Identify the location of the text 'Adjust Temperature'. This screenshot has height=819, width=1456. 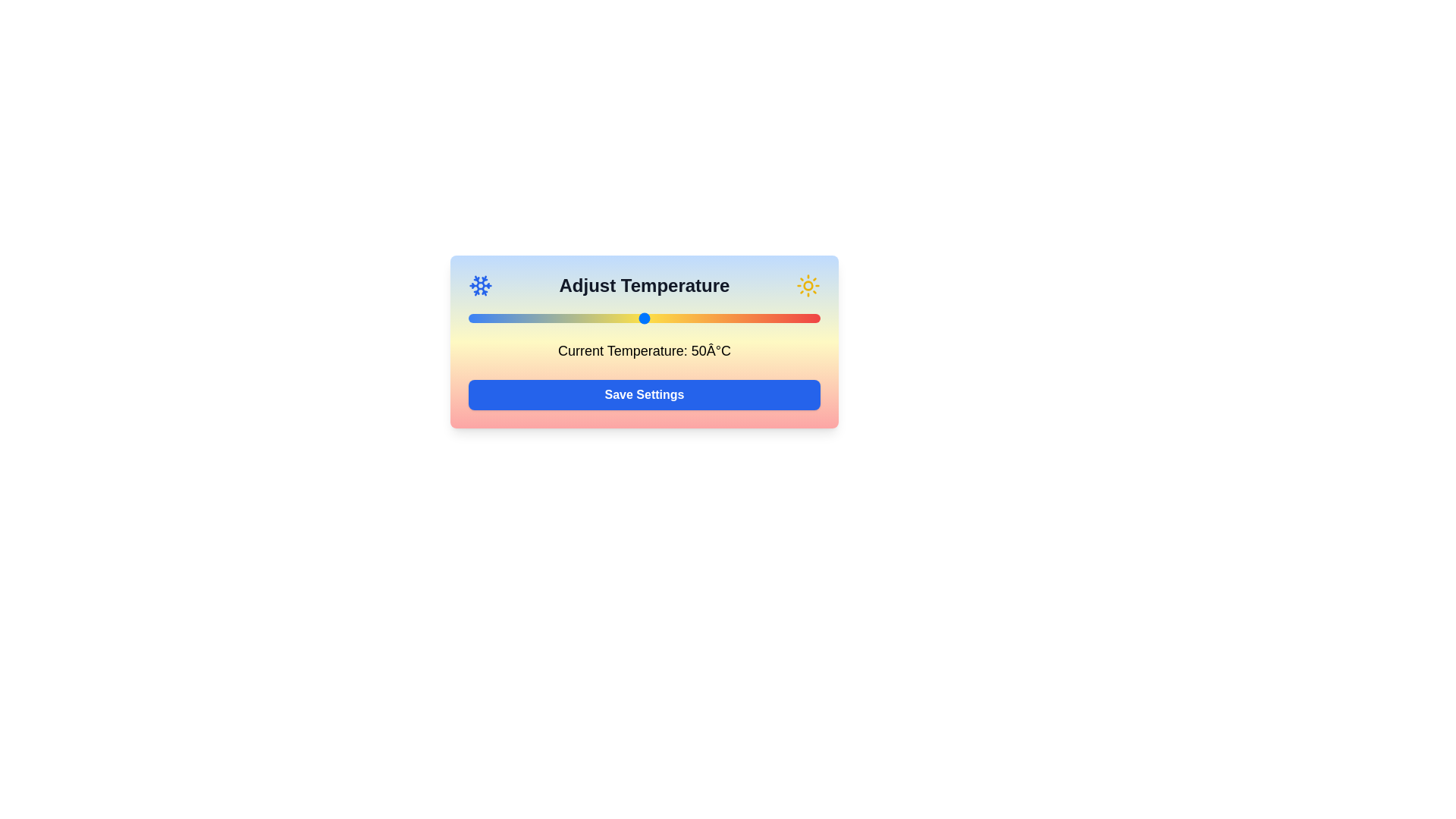
(644, 286).